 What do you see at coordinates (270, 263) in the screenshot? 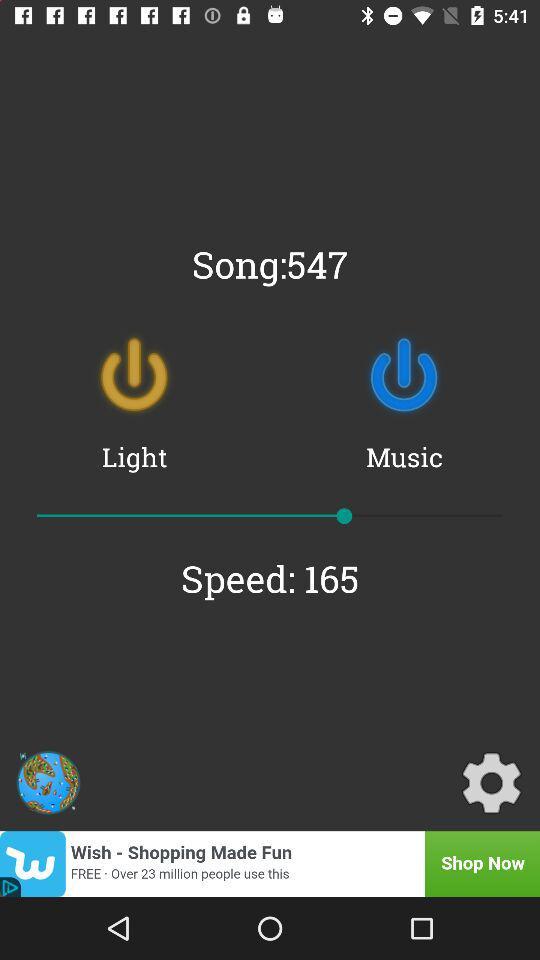
I see `the song:547 item` at bounding box center [270, 263].